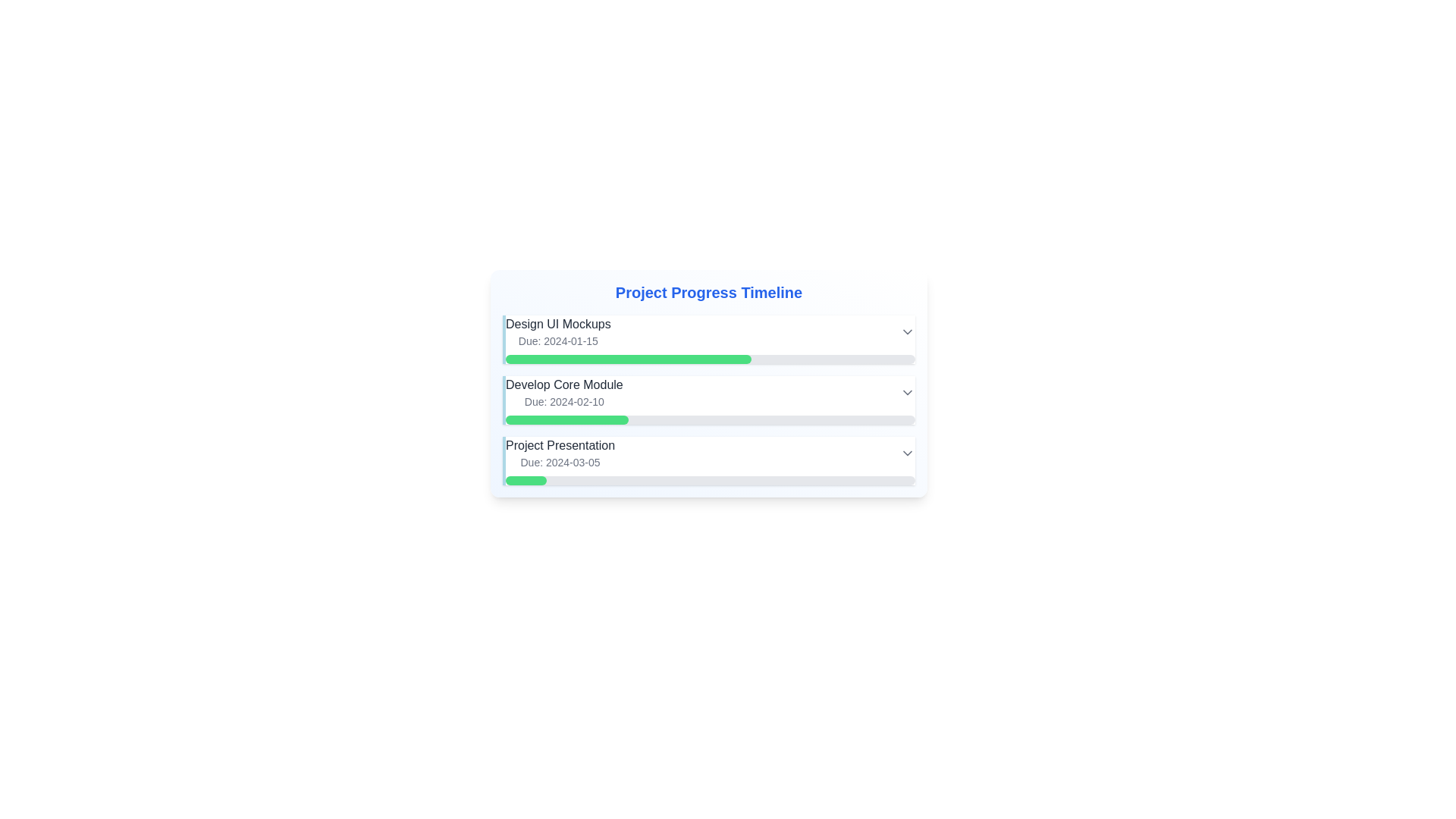 The height and width of the screenshot is (819, 1456). Describe the element at coordinates (907, 452) in the screenshot. I see `the downward-pointing gray arrow icon located in the 'Project Presentation' section` at that location.